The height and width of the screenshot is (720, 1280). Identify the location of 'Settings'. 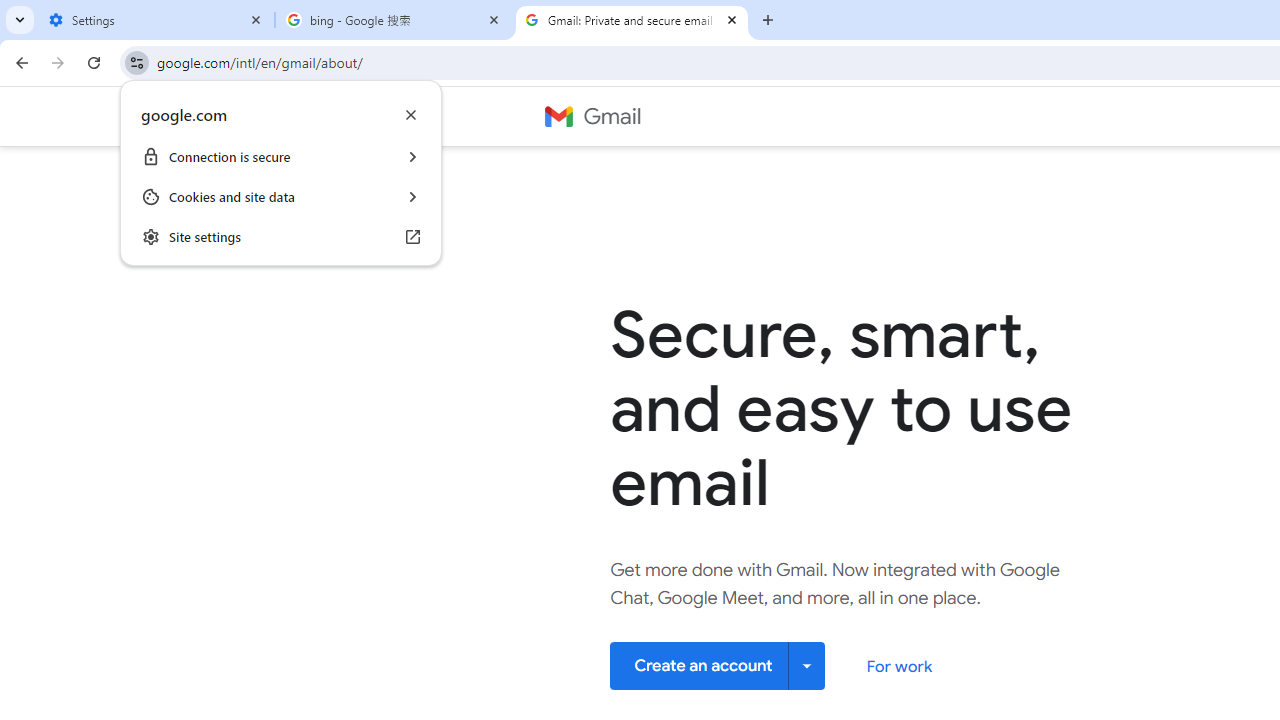
(155, 20).